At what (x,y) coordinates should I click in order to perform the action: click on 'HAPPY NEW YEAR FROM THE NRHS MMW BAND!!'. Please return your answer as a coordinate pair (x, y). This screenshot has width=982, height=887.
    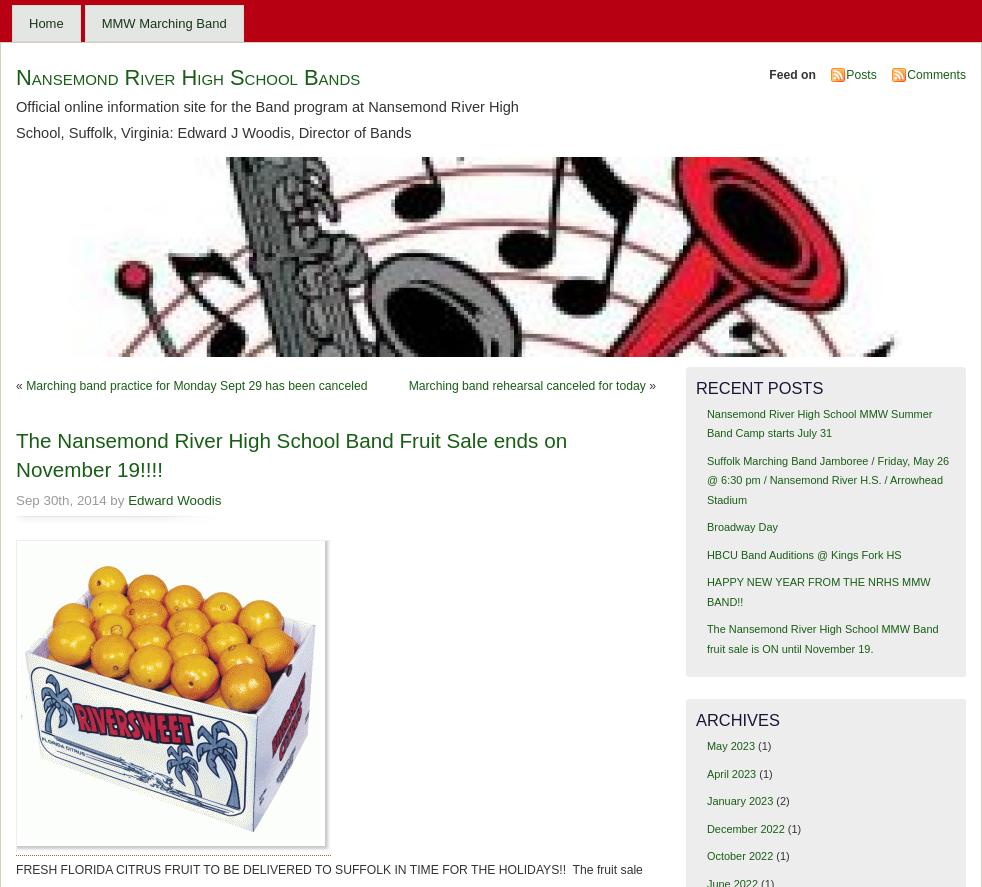
    Looking at the image, I should click on (818, 590).